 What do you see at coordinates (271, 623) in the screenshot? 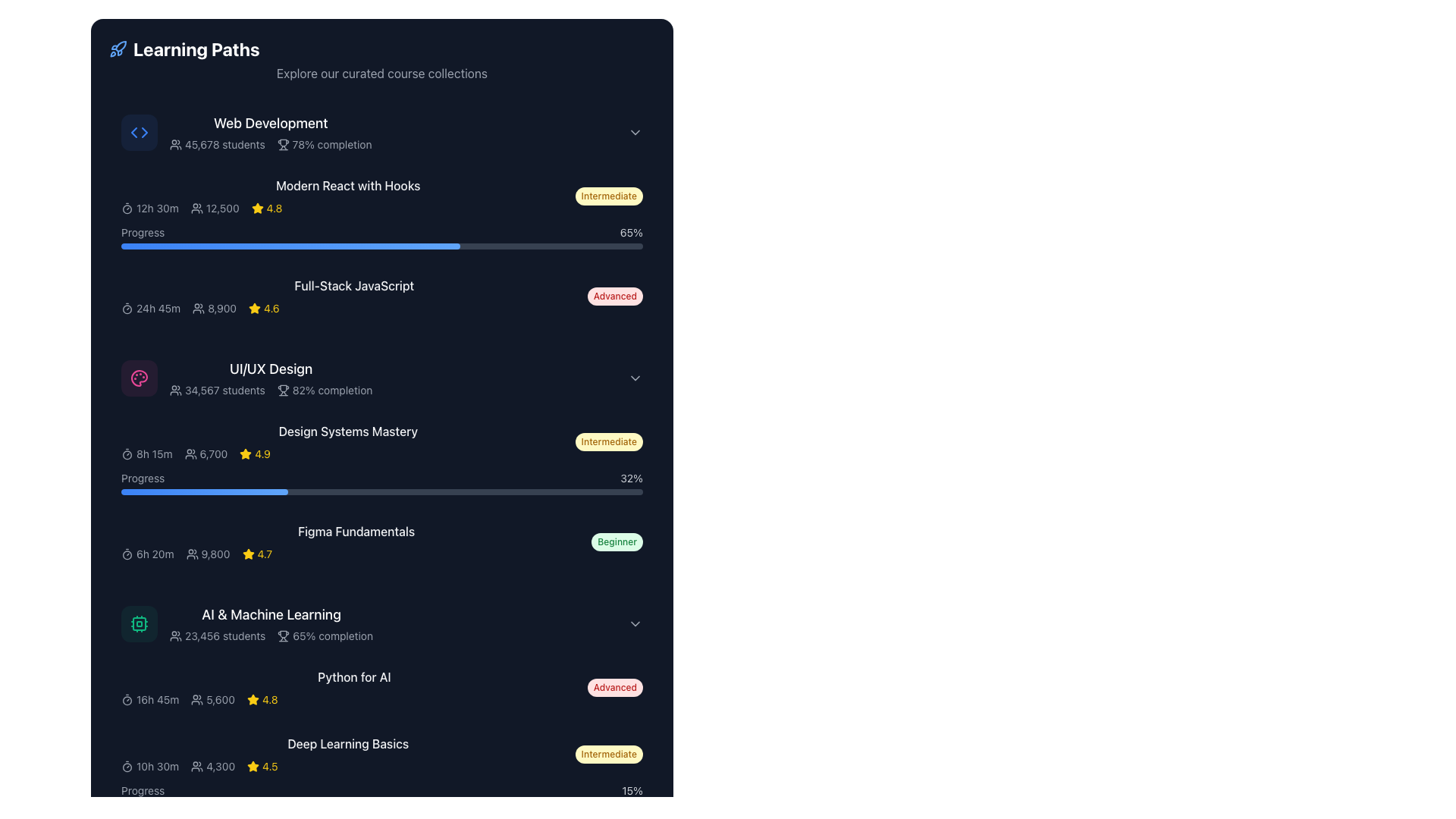
I see `the Text Block with Icon Decorations titled 'AI & Machine Learning', located centrally below the 'Figma Fundamentals' entry in the list of learning paths` at bounding box center [271, 623].